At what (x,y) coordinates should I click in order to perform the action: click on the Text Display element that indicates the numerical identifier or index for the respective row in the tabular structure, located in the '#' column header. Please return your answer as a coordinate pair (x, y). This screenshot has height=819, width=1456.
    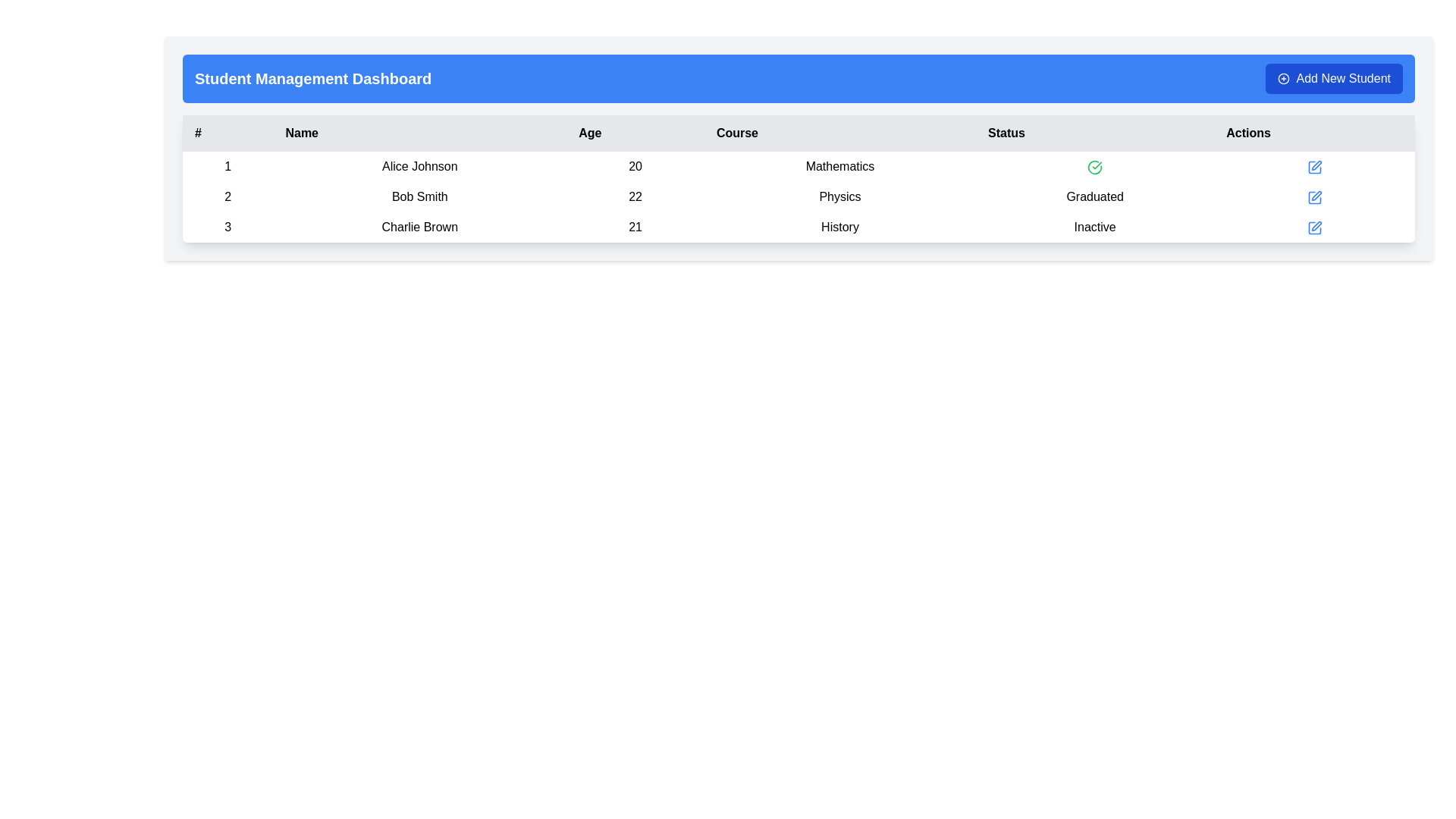
    Looking at the image, I should click on (227, 166).